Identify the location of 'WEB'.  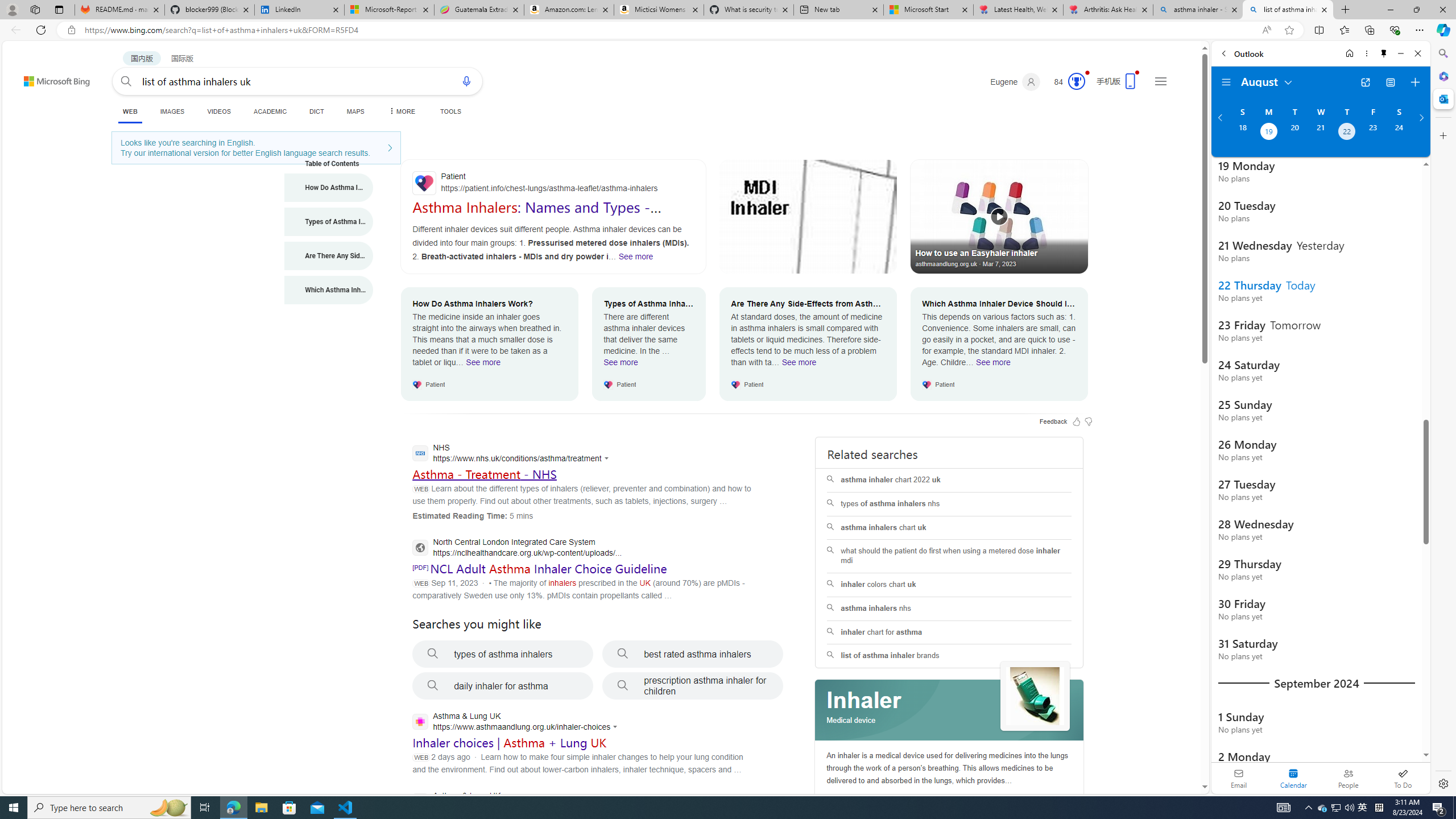
(130, 111).